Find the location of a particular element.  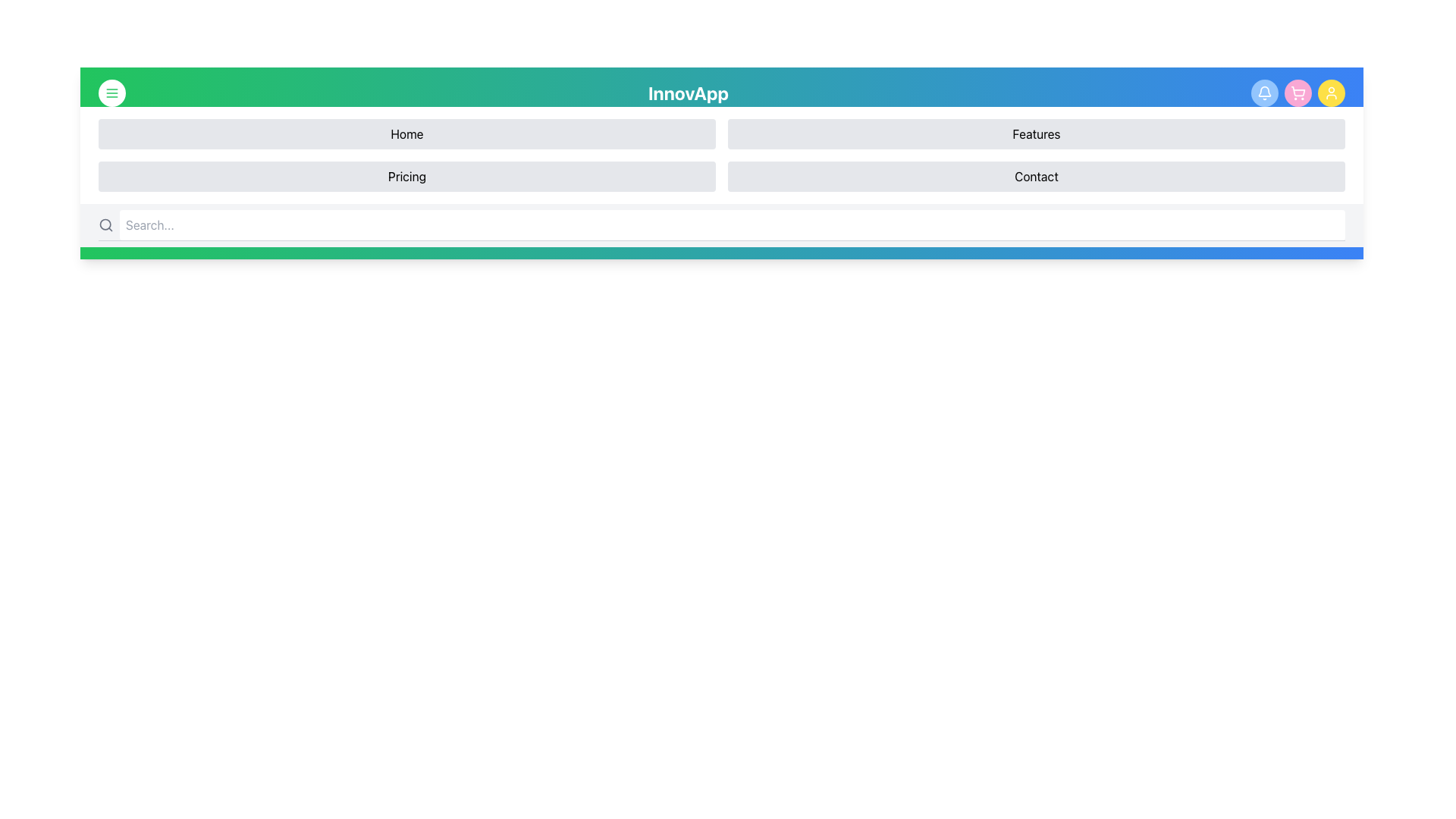

on the shopping cart icon, which is a wireframe depiction located near the top-right corner of the interface is located at coordinates (1298, 91).